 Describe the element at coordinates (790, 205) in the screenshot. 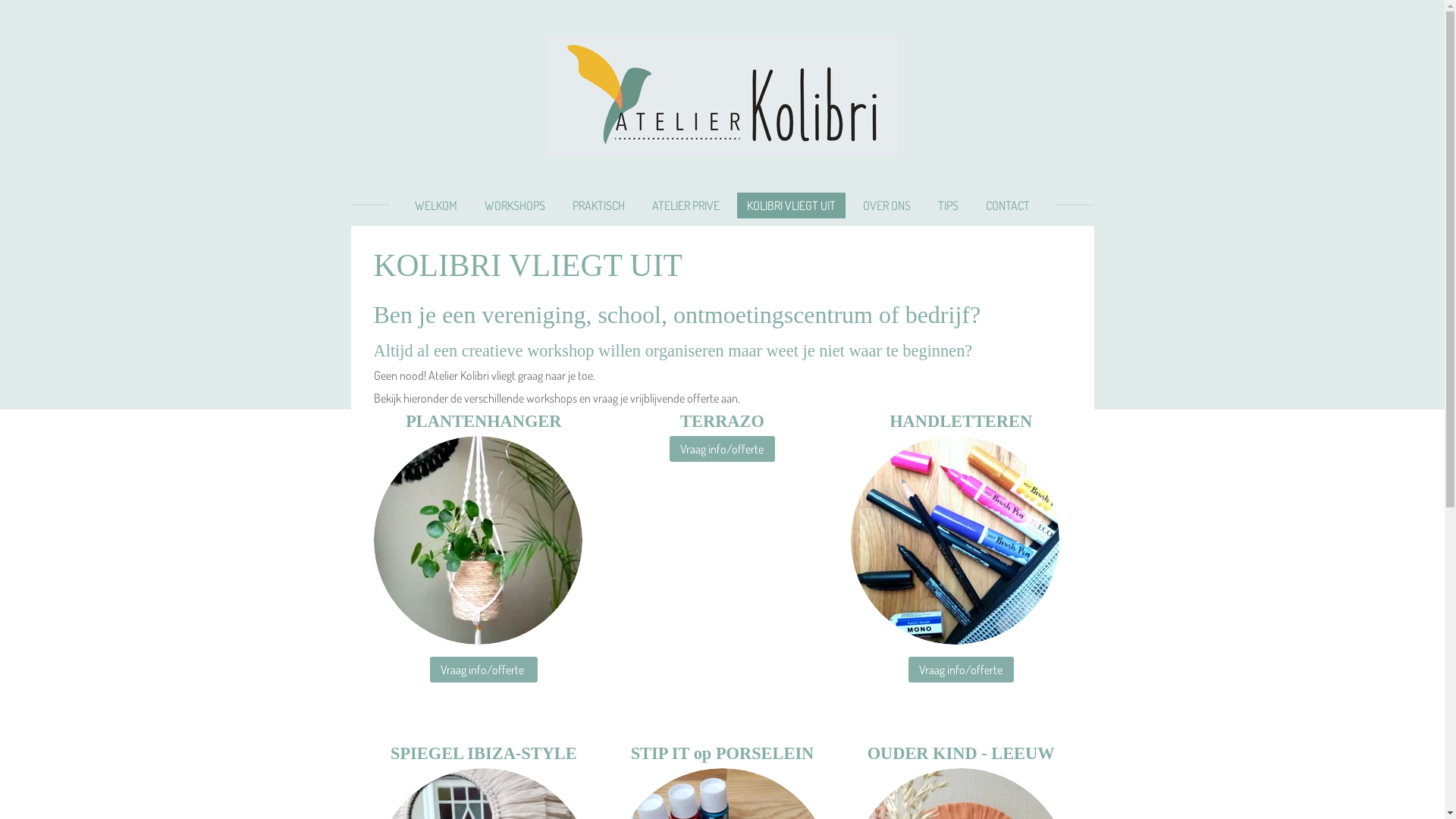

I see `'KOLIBRI VLIEGT UIT'` at that location.